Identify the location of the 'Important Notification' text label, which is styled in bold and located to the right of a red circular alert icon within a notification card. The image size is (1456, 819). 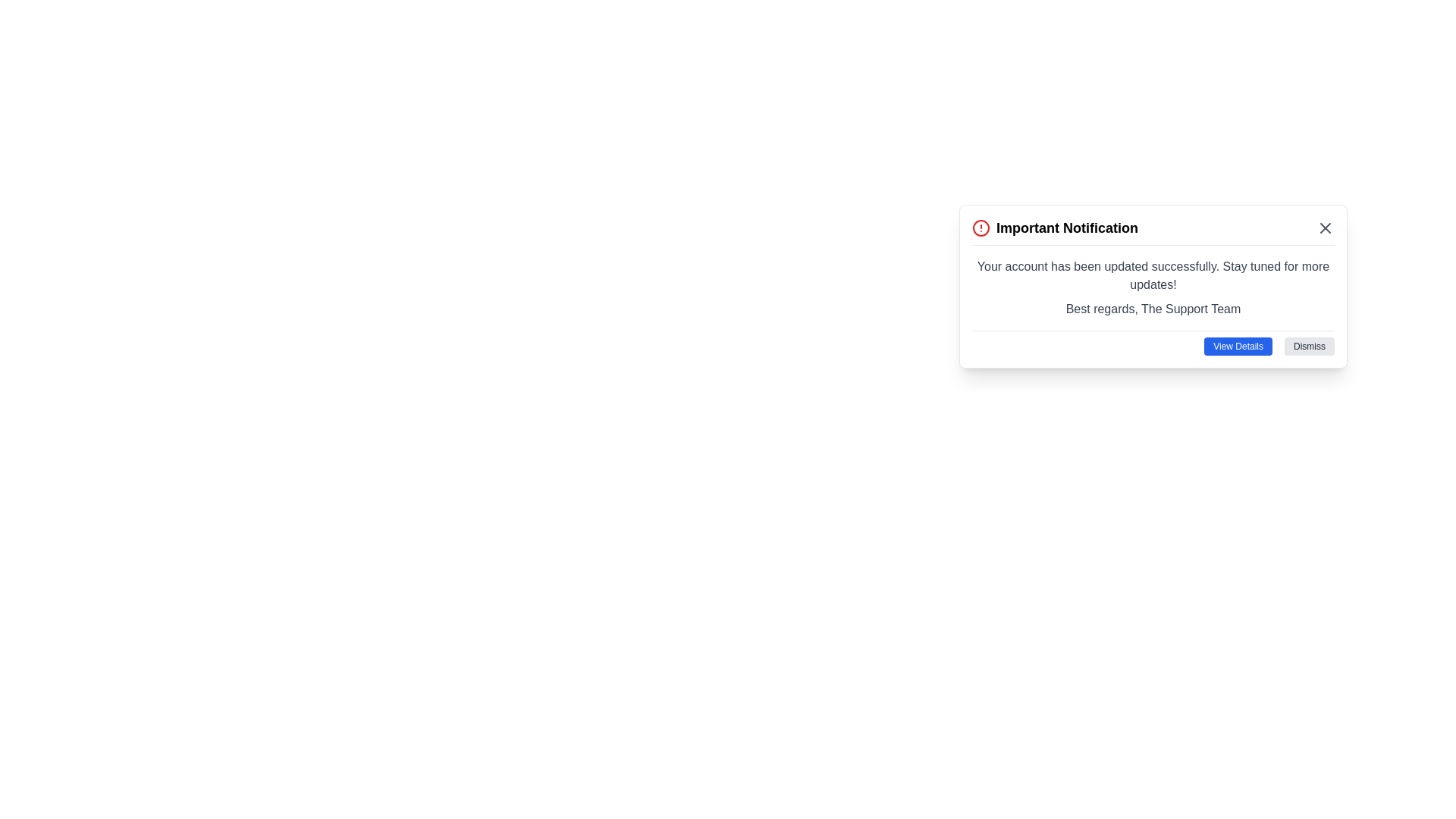
(1066, 227).